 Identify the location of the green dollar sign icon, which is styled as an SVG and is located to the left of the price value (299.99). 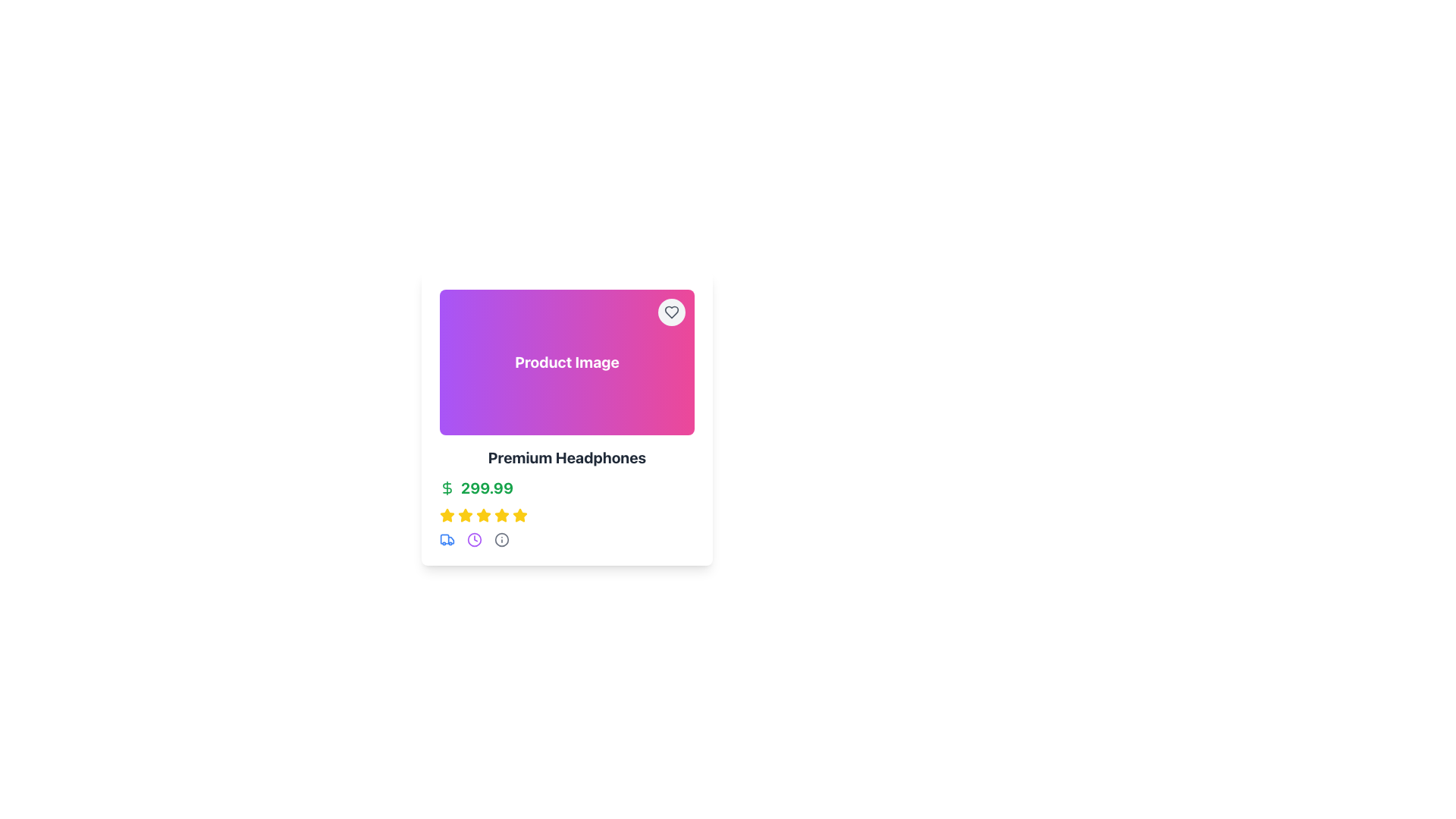
(447, 488).